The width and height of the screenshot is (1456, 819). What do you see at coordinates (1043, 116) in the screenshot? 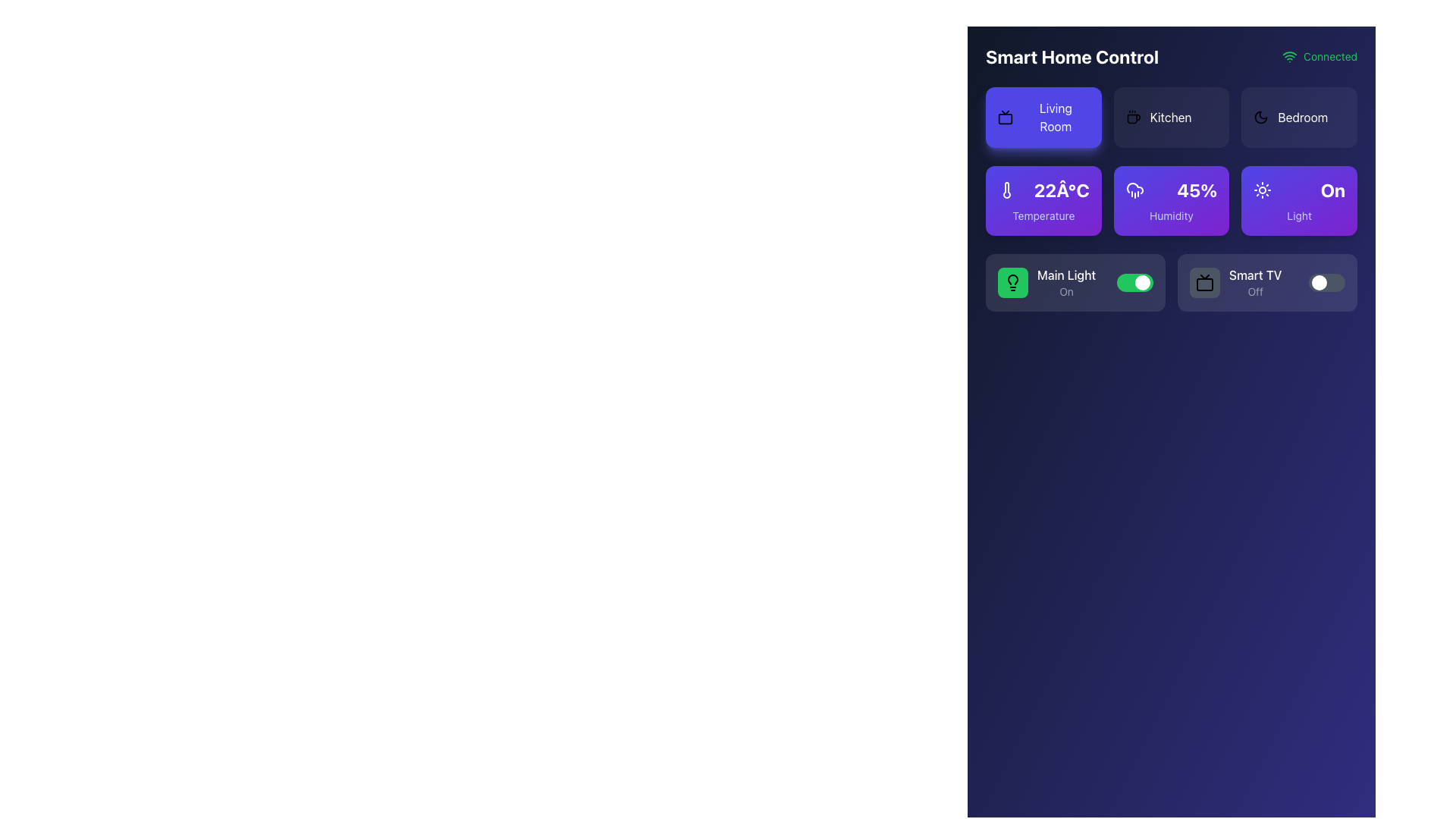
I see `the 'Living Room' button, which is a blue rectangular card with white text and a black TV icon, located at the top left corner of the card grouping` at bounding box center [1043, 116].